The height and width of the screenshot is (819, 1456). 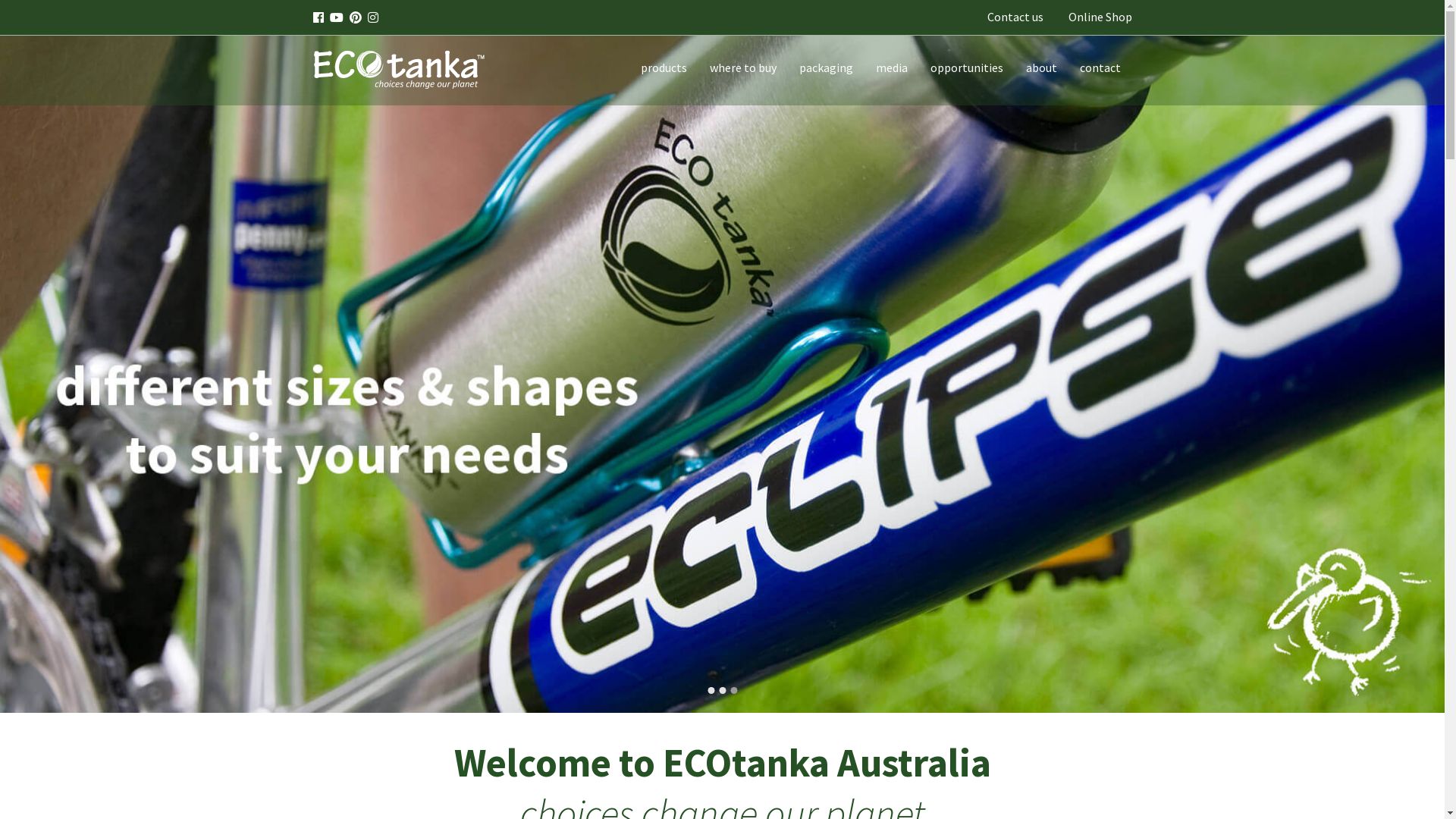 I want to click on 'Contact us', so click(x=1015, y=17).